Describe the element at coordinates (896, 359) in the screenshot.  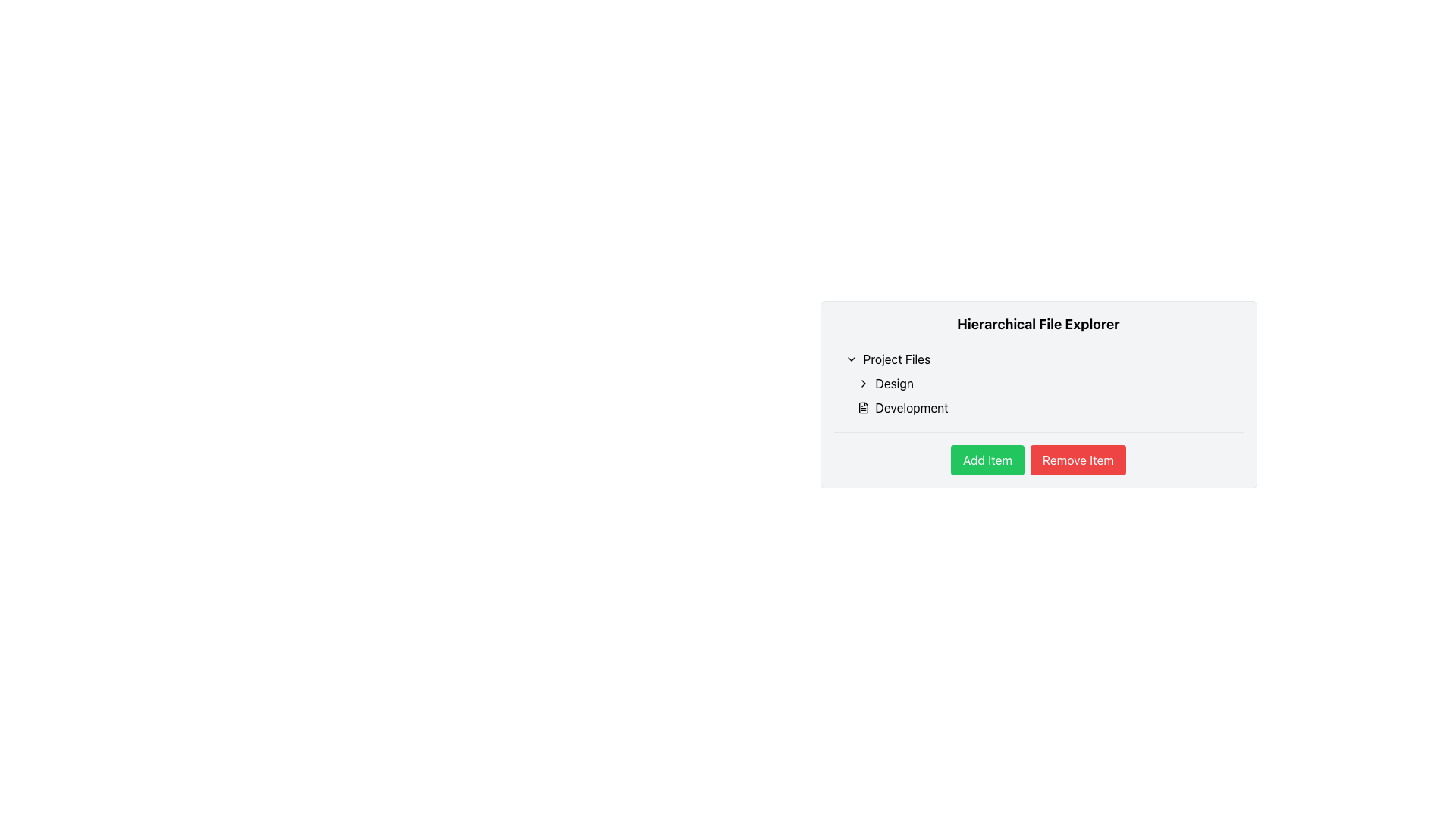
I see `the dropdown icon associated with the 'Project Files' text label in the Hierarchical File Explorer` at that location.